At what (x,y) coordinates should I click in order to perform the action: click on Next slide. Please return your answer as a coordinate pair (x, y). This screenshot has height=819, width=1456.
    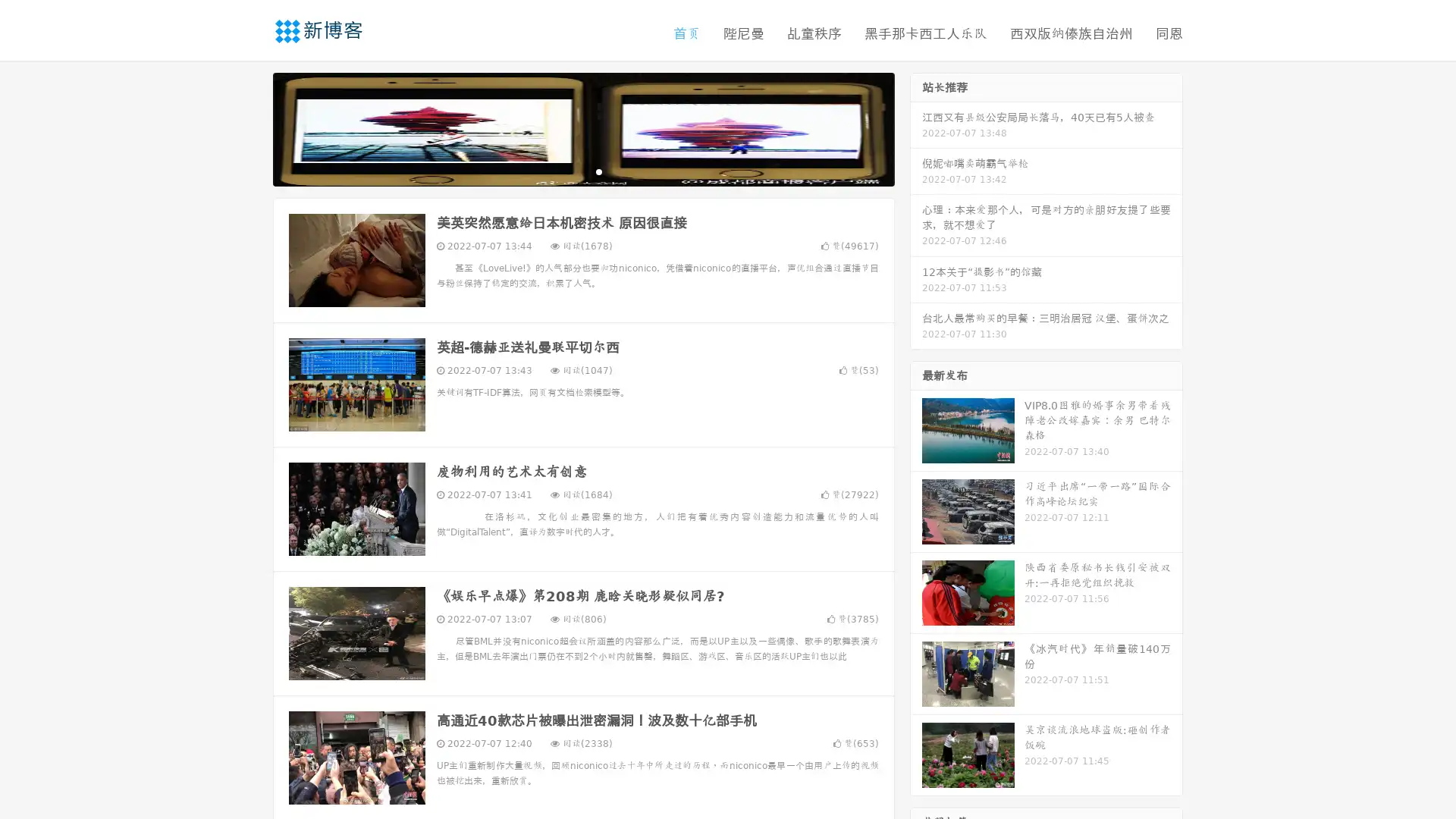
    Looking at the image, I should click on (916, 127).